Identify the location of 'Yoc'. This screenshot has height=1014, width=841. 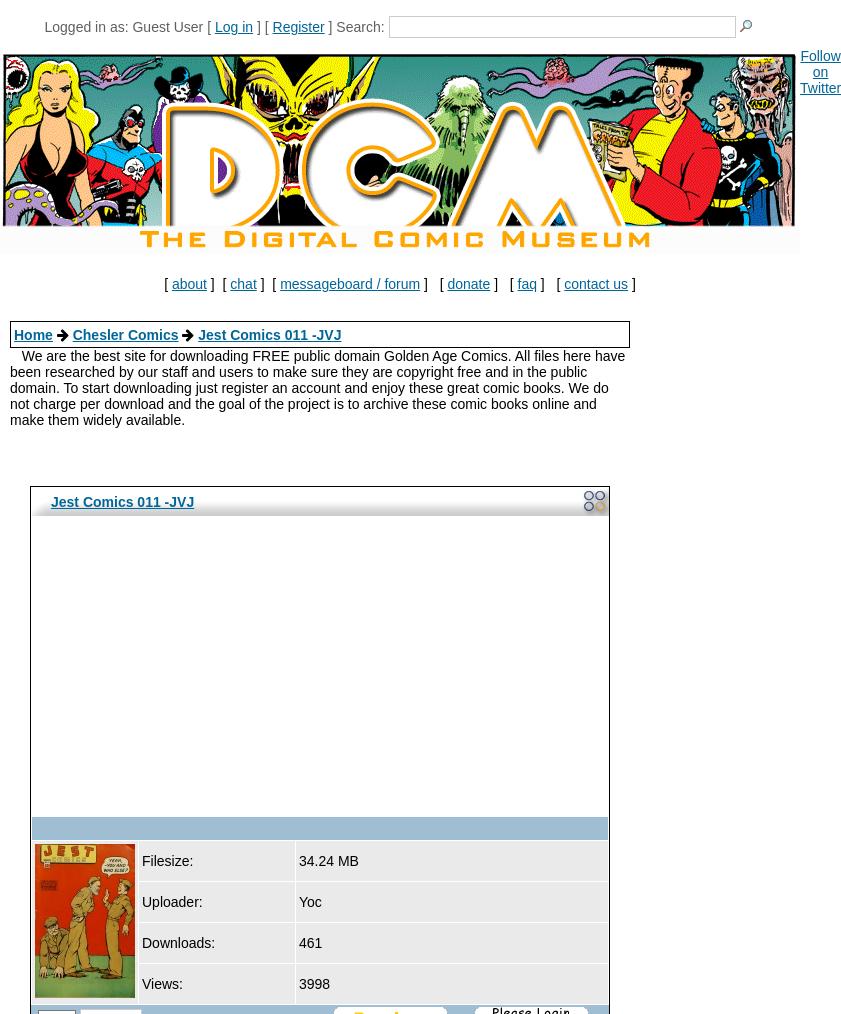
(308, 900).